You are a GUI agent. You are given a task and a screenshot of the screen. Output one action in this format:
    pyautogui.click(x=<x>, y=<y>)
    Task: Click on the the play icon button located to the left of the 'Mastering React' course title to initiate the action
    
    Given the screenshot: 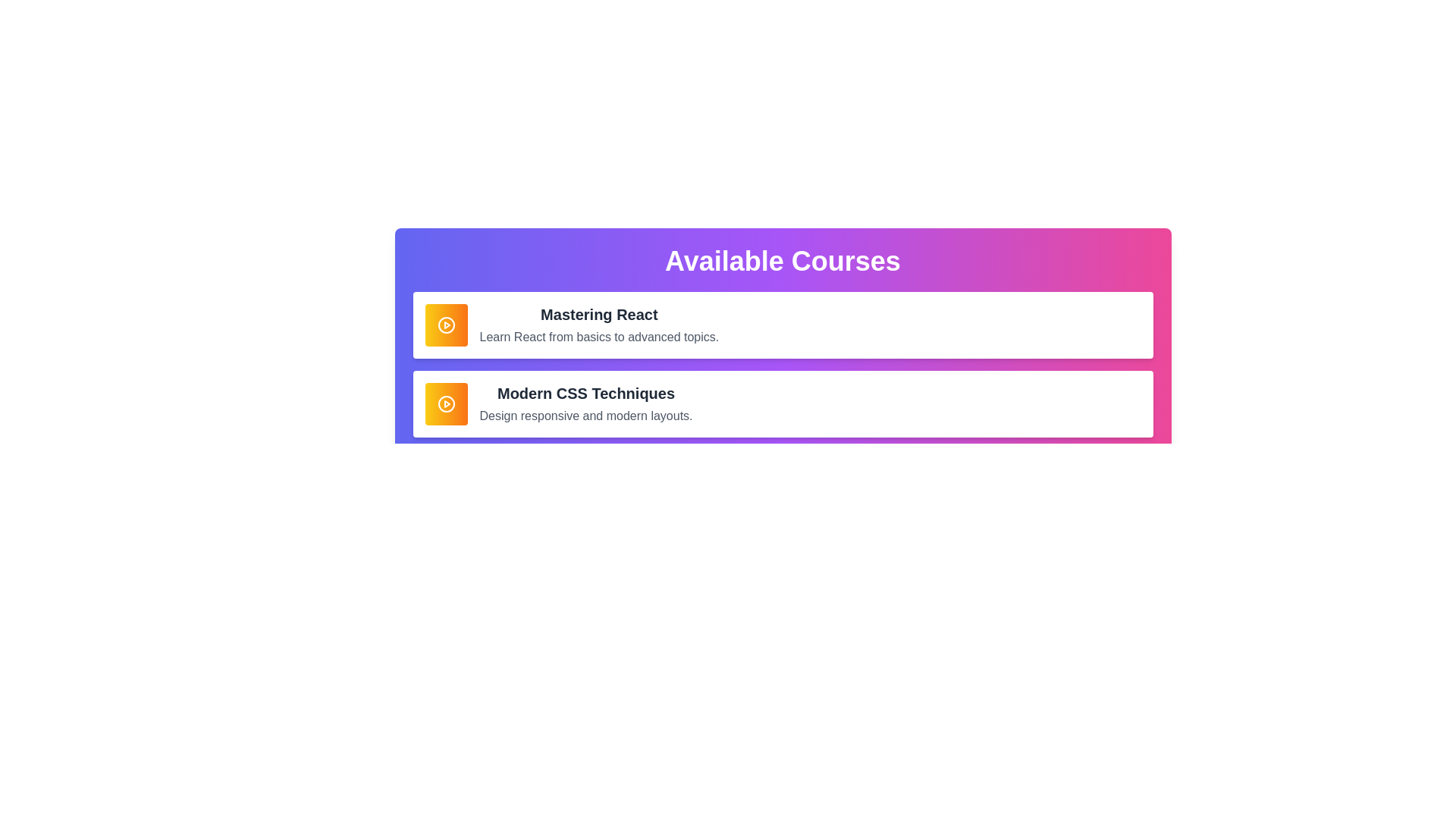 What is the action you would take?
    pyautogui.click(x=445, y=324)
    